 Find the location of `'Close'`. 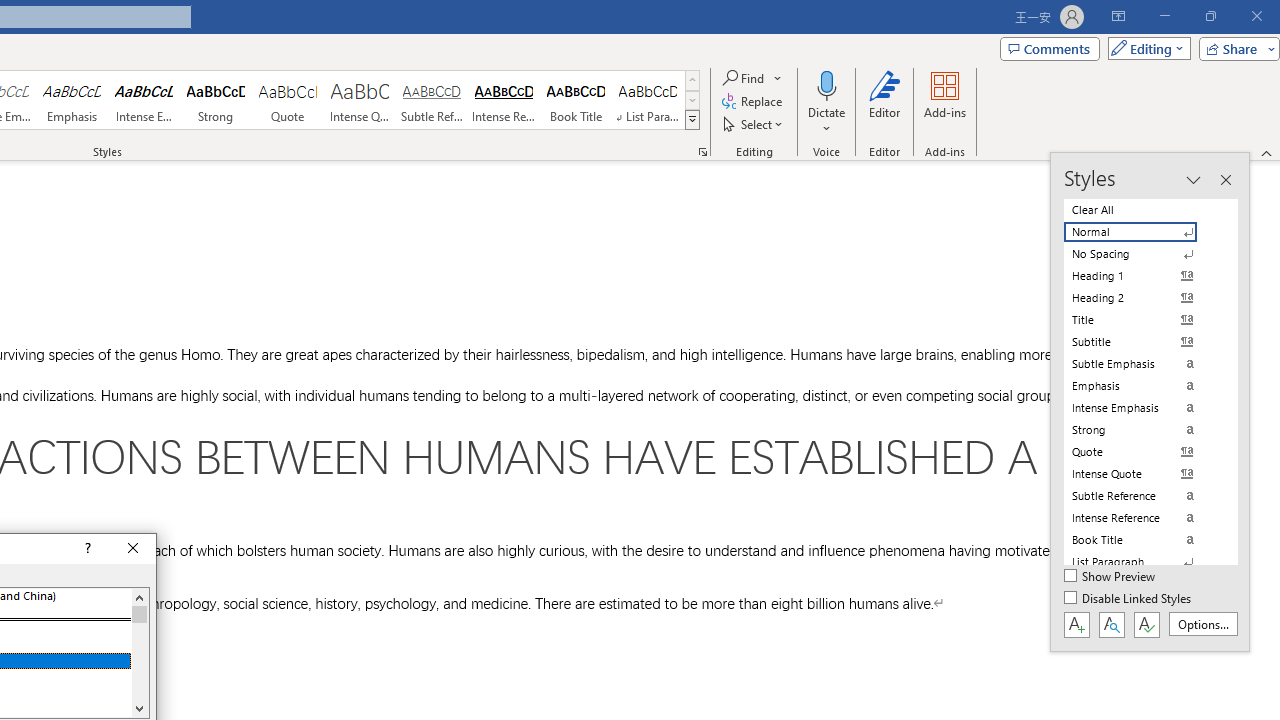

'Close' is located at coordinates (132, 549).